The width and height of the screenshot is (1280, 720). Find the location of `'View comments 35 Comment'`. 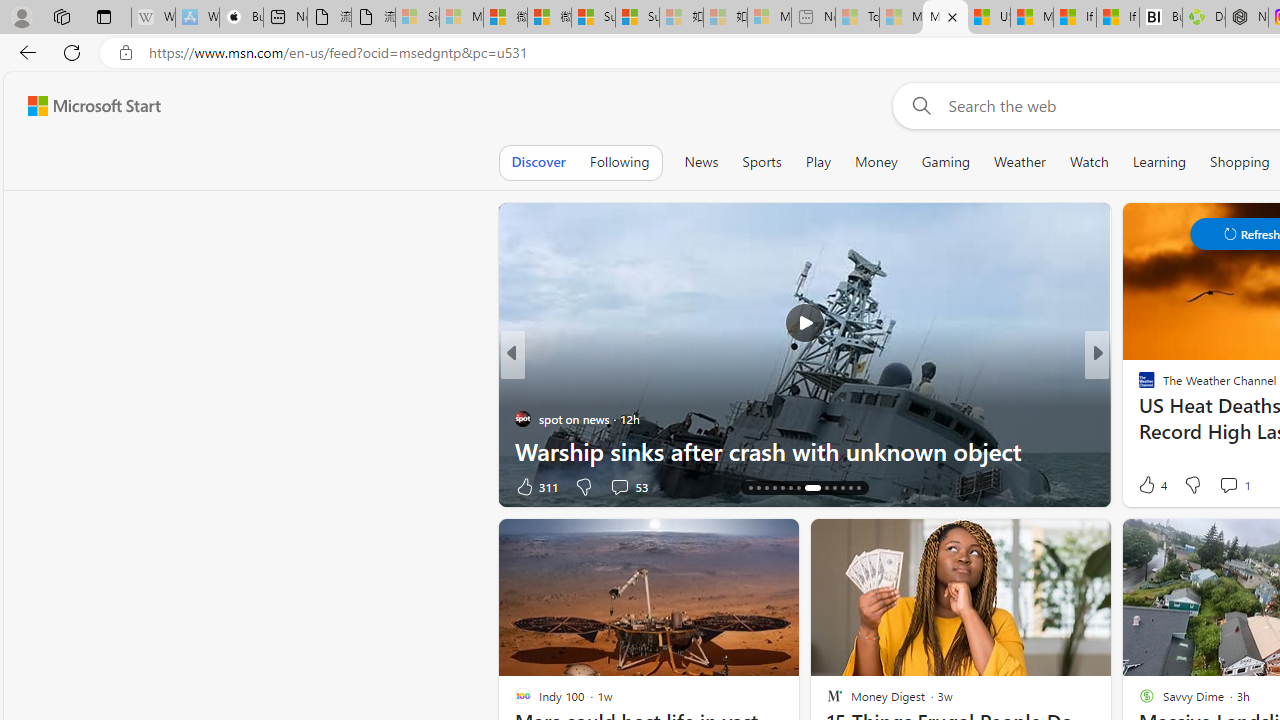

'View comments 35 Comment' is located at coordinates (1234, 486).